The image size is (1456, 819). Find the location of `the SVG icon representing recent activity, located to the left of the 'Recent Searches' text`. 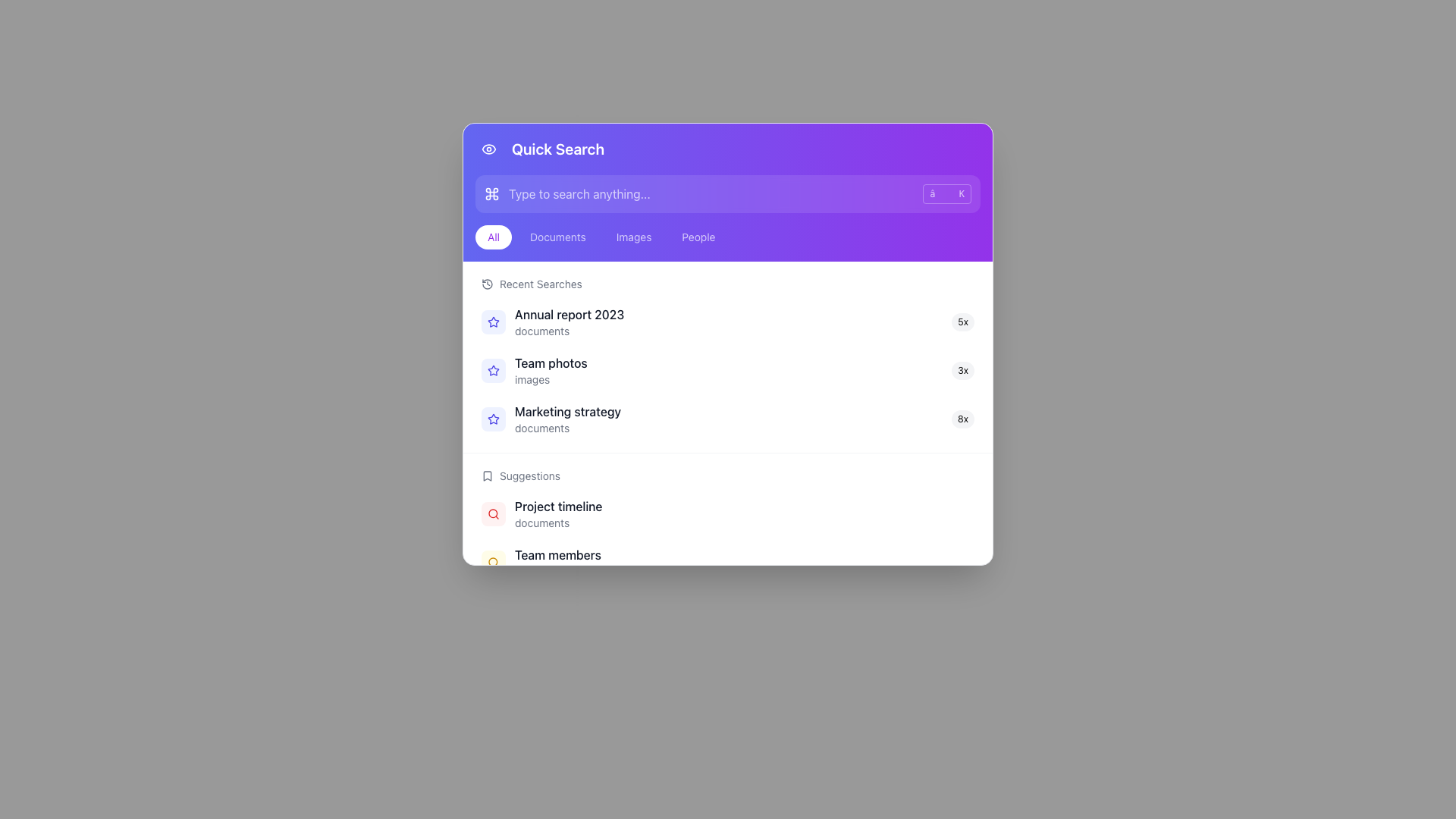

the SVG icon representing recent activity, located to the left of the 'Recent Searches' text is located at coordinates (488, 284).